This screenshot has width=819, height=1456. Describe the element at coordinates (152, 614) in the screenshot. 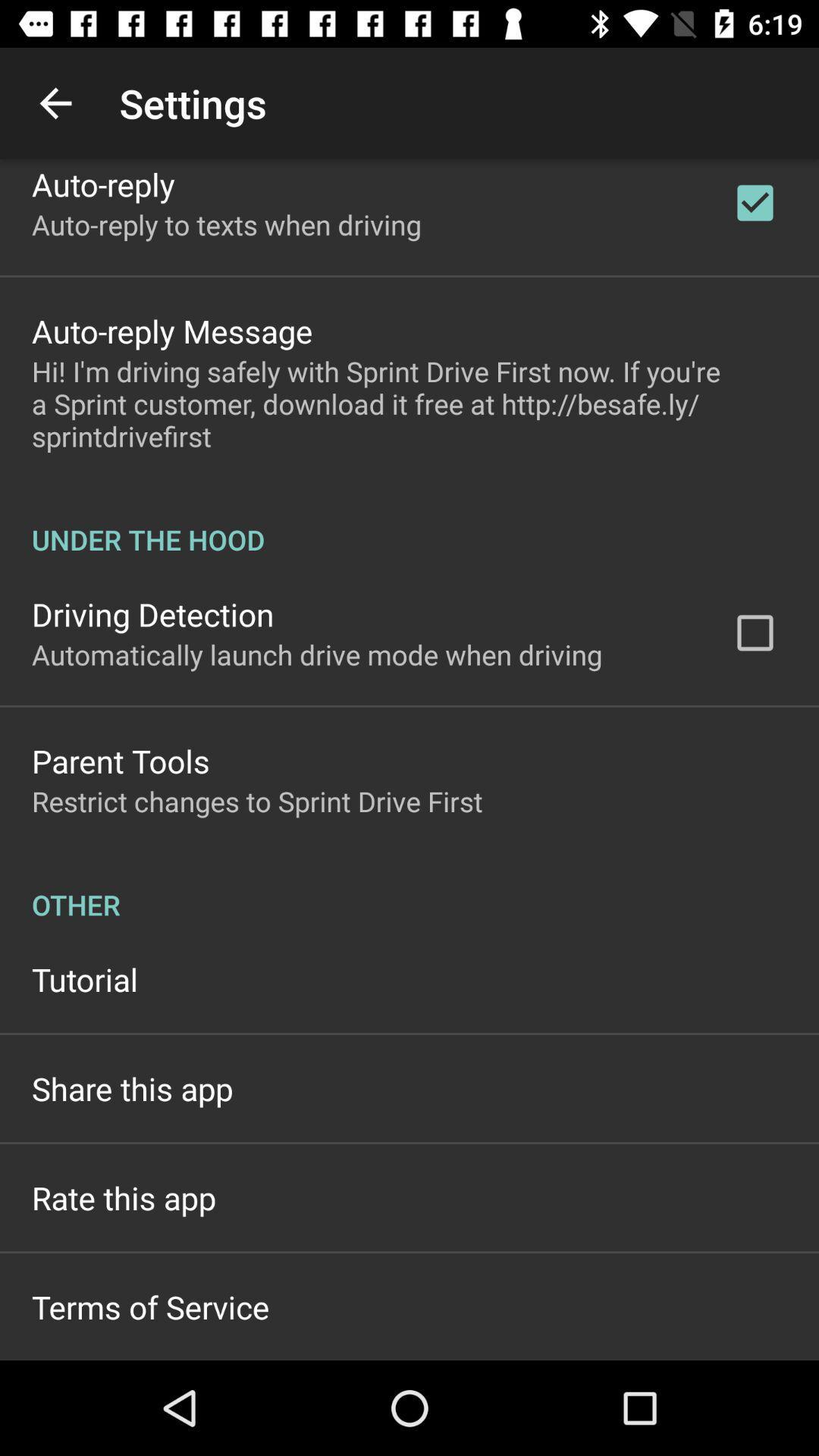

I see `driving detection` at that location.